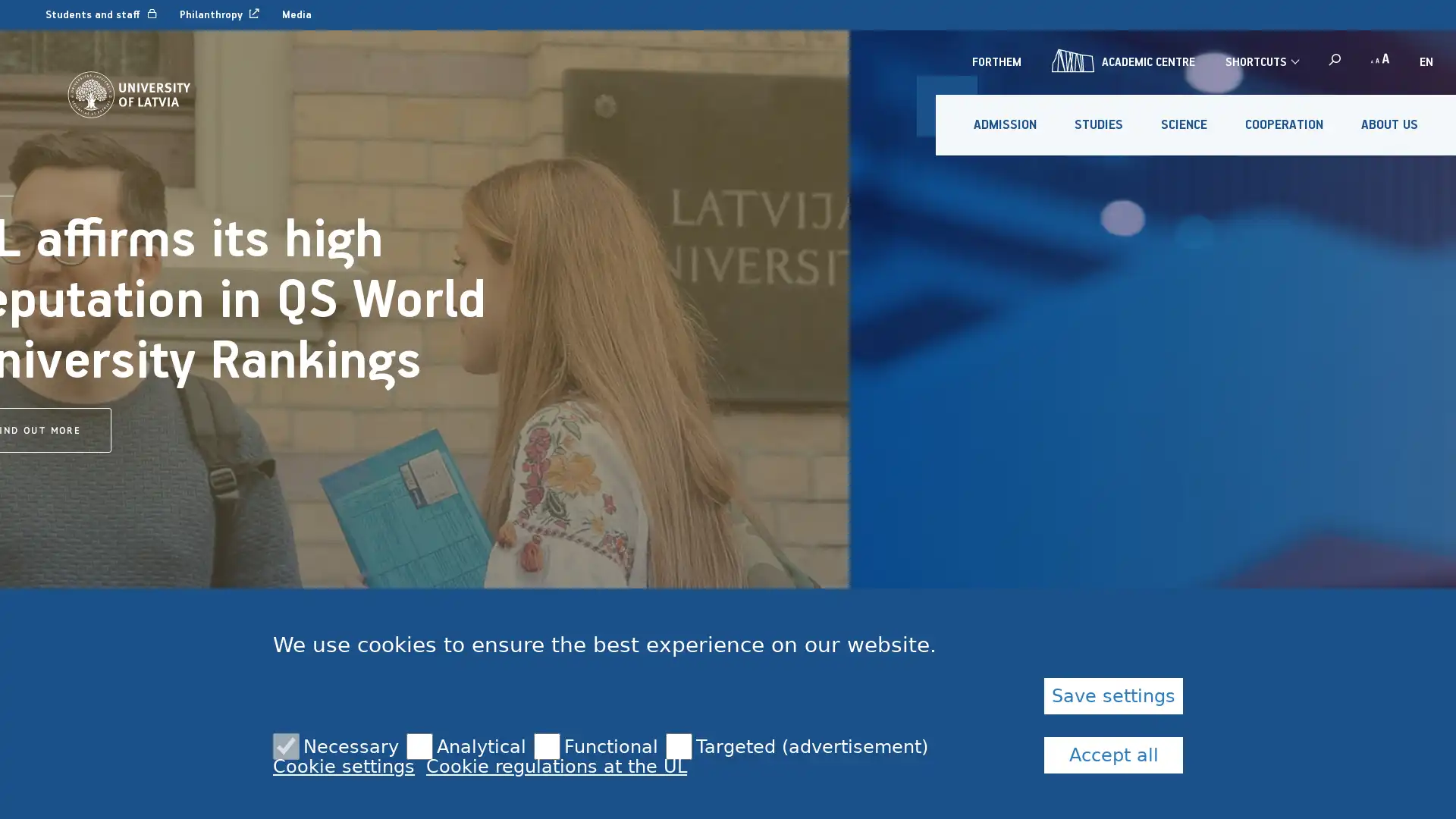 The height and width of the screenshot is (819, 1456). What do you see at coordinates (1099, 124) in the screenshot?
I see `STUDIES` at bounding box center [1099, 124].